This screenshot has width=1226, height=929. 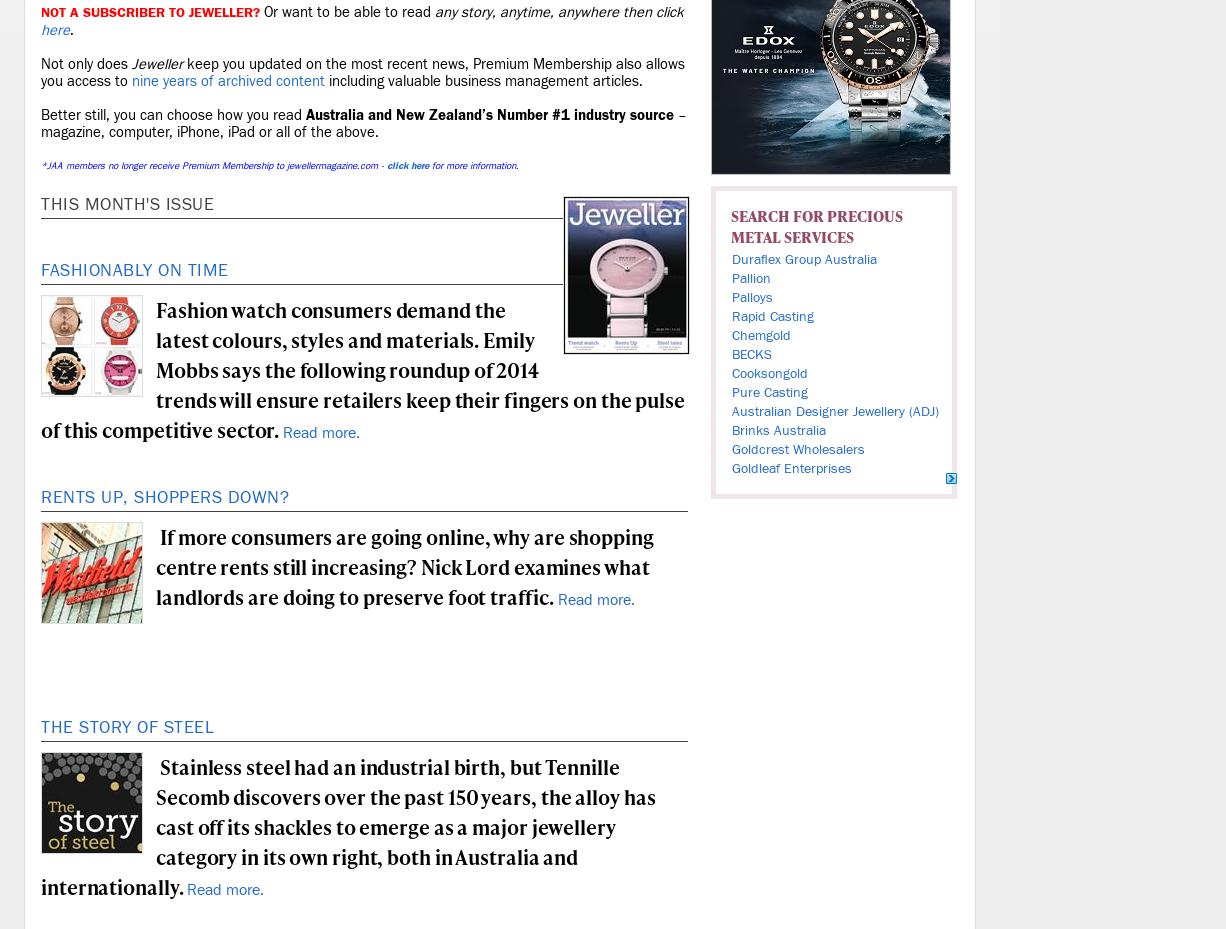 I want to click on 'Not only does', so click(x=40, y=63).